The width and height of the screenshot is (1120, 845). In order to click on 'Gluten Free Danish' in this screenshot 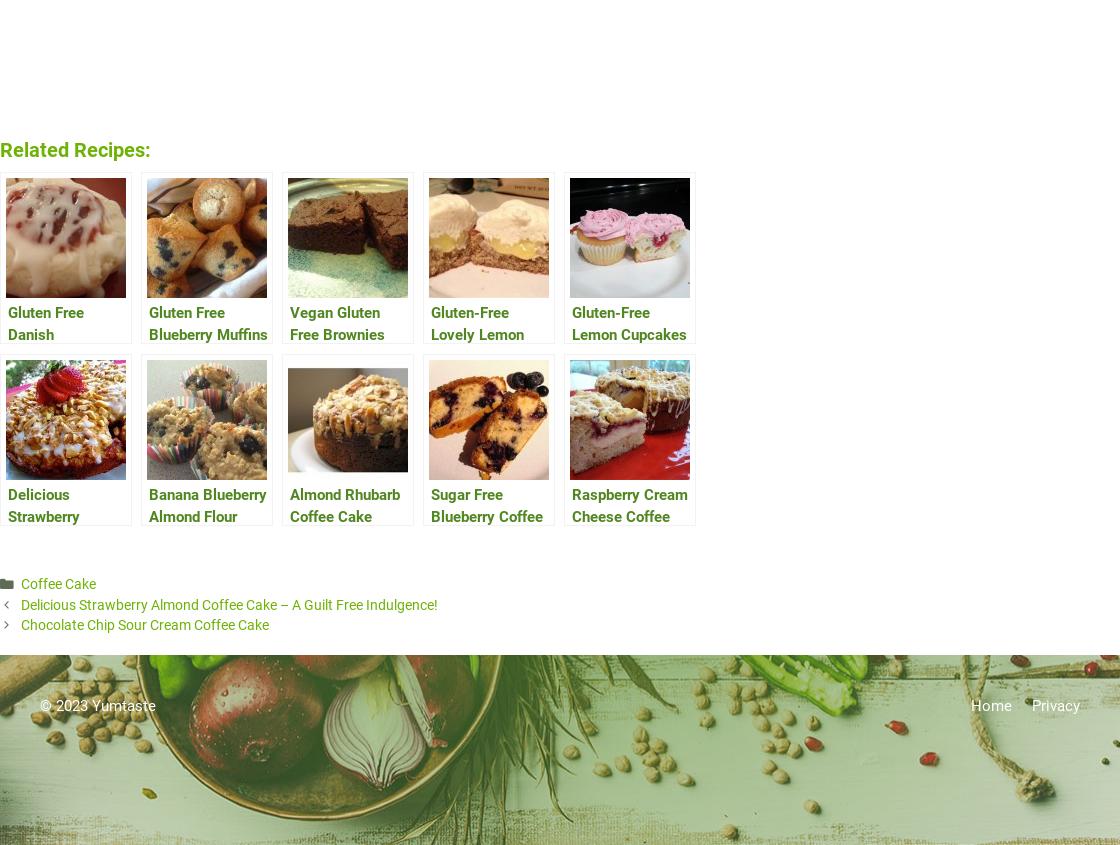, I will do `click(46, 323)`.